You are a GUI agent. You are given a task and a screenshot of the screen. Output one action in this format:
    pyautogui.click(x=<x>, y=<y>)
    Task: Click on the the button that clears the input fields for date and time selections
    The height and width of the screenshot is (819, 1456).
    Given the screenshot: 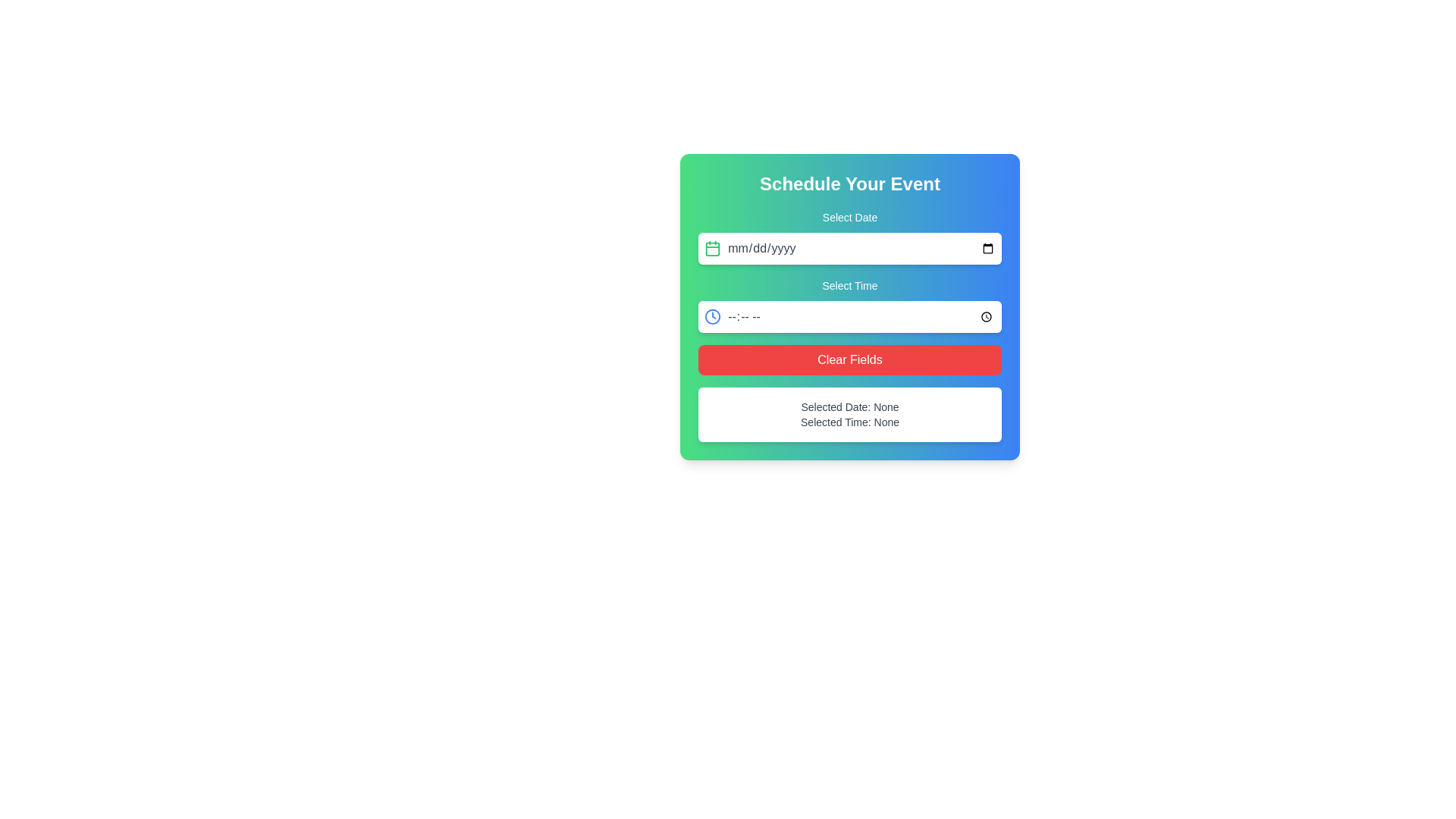 What is the action you would take?
    pyautogui.click(x=850, y=359)
    